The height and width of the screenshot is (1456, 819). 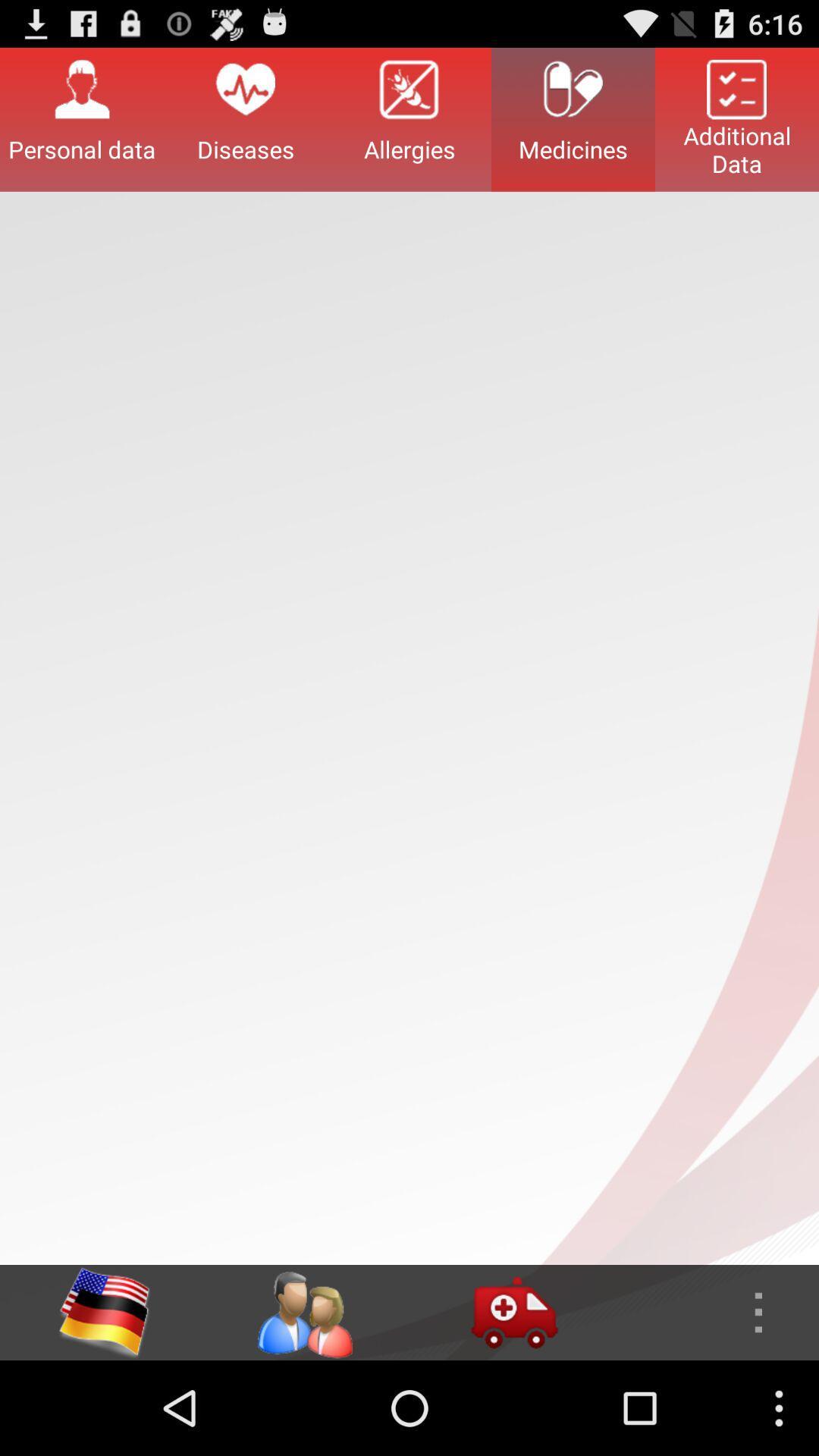 What do you see at coordinates (409, 118) in the screenshot?
I see `allergies` at bounding box center [409, 118].